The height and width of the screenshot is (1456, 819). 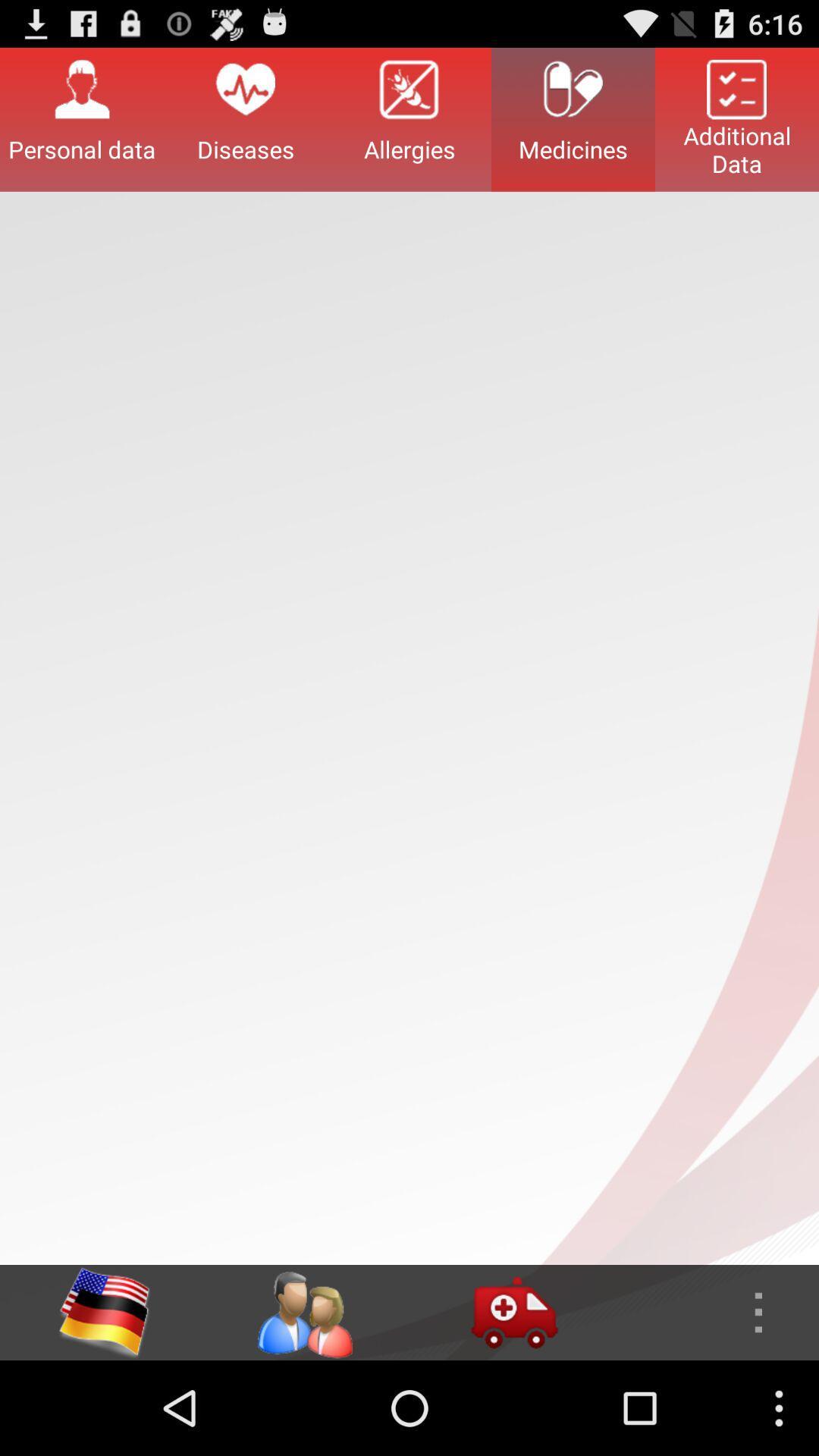 What do you see at coordinates (409, 118) in the screenshot?
I see `allergies` at bounding box center [409, 118].